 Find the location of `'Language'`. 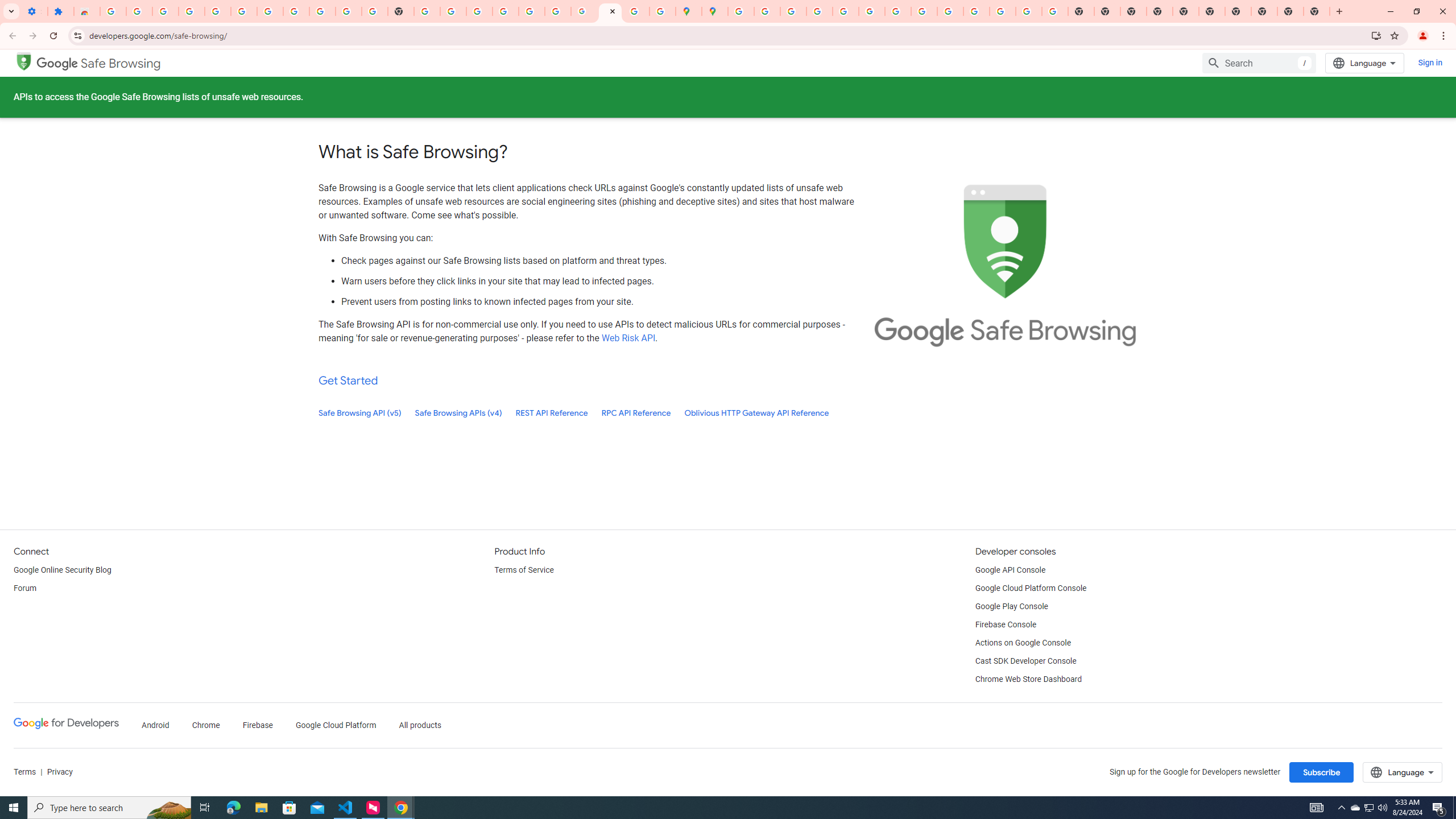

'Language' is located at coordinates (1403, 772).